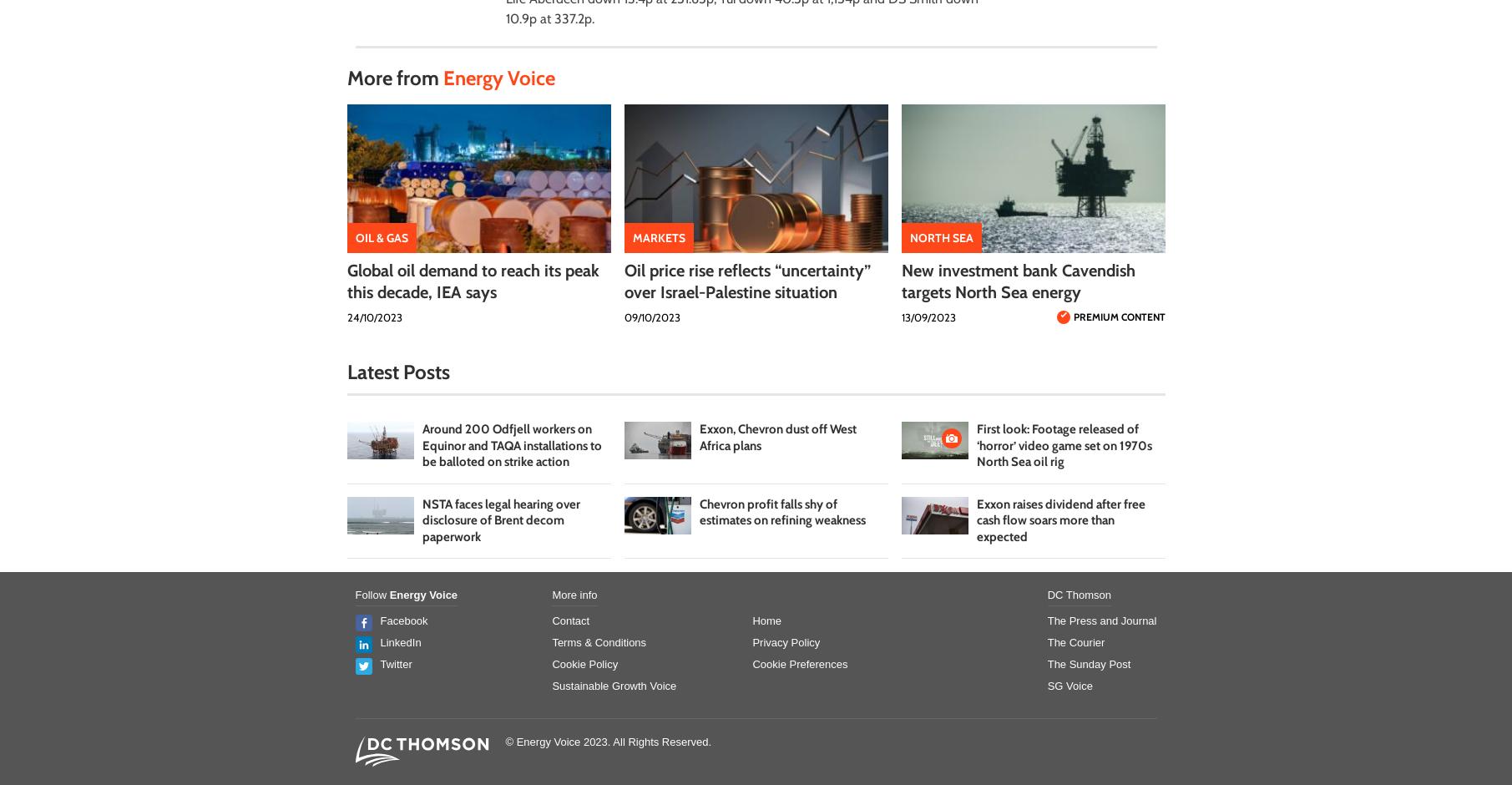  What do you see at coordinates (927, 317) in the screenshot?
I see `'13/09/2023'` at bounding box center [927, 317].